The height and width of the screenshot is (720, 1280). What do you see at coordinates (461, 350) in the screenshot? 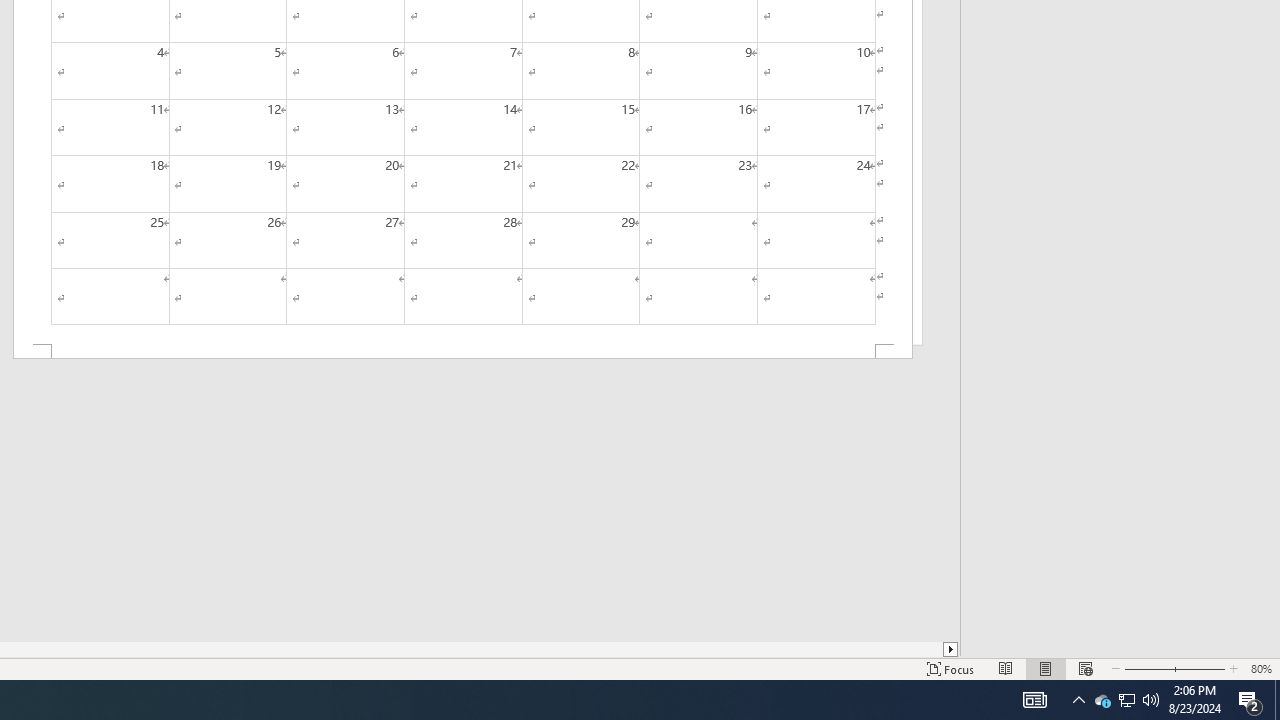
I see `'Footer -Section 2-'` at bounding box center [461, 350].